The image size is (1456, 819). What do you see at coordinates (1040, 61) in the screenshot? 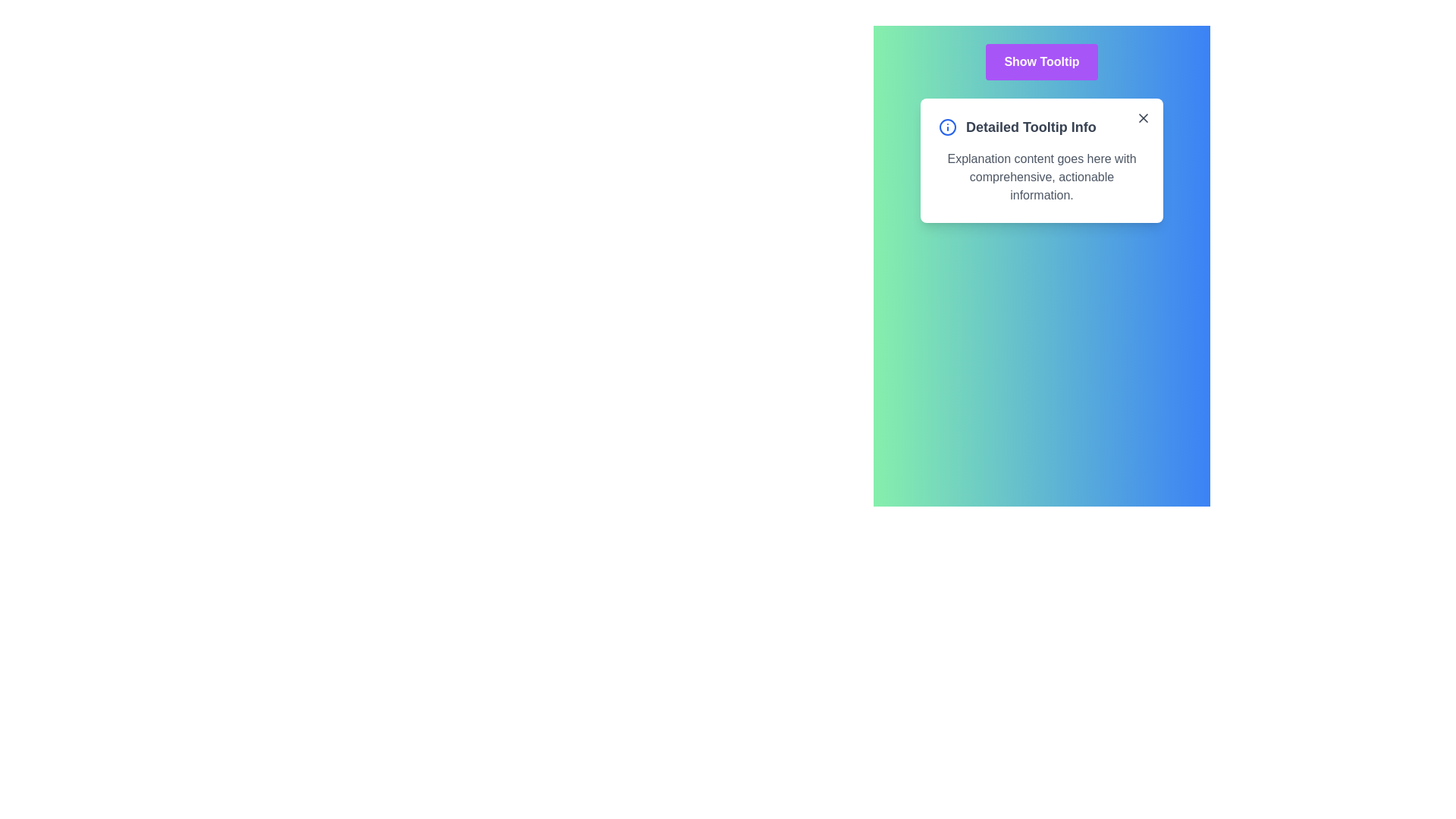
I see `the rectangular button with rounded corners, vibrant purple background, and white bold text reading 'Show Tooltip'` at bounding box center [1040, 61].